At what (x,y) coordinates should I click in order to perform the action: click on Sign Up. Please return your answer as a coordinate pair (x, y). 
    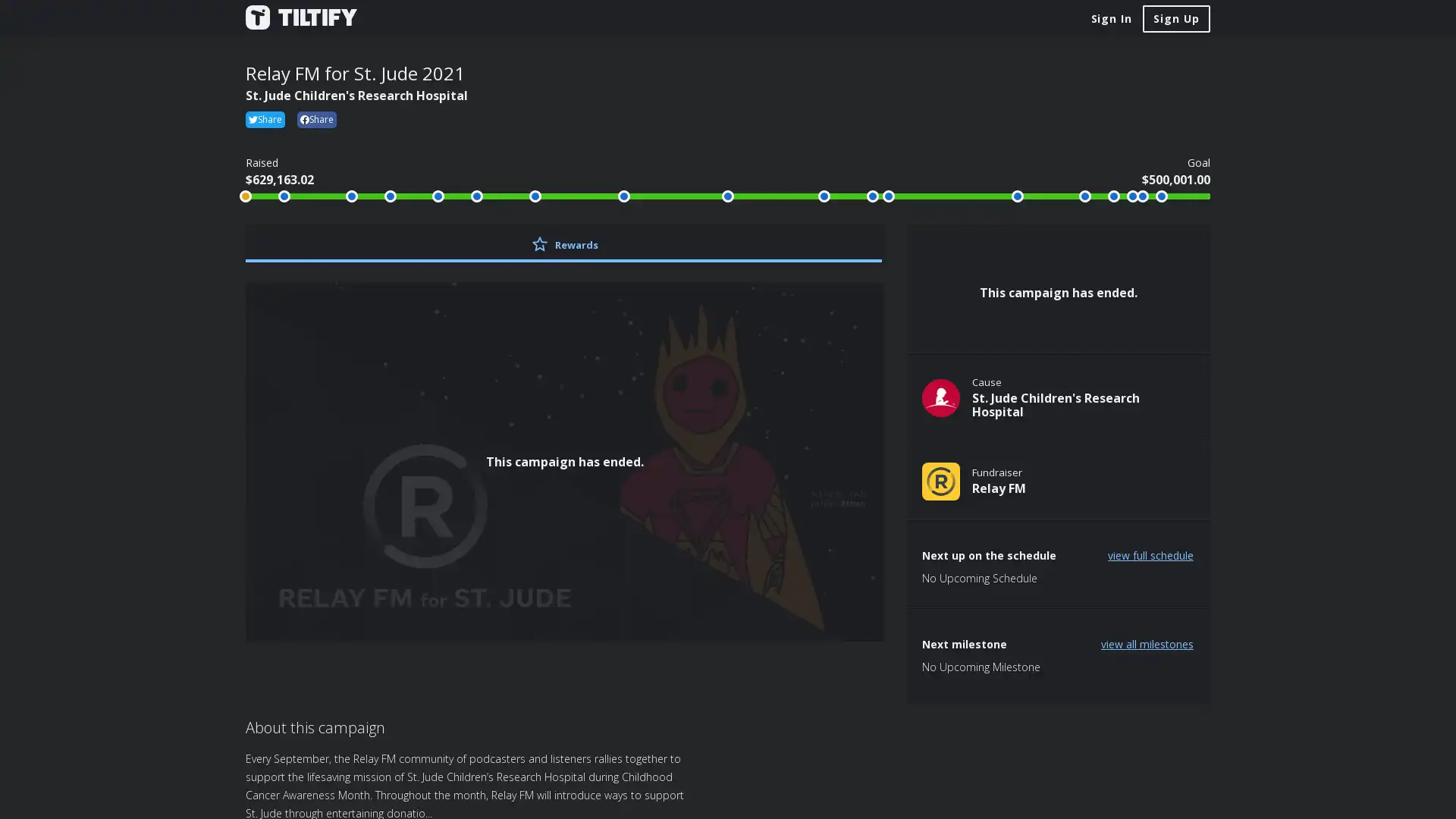
    Looking at the image, I should click on (1175, 18).